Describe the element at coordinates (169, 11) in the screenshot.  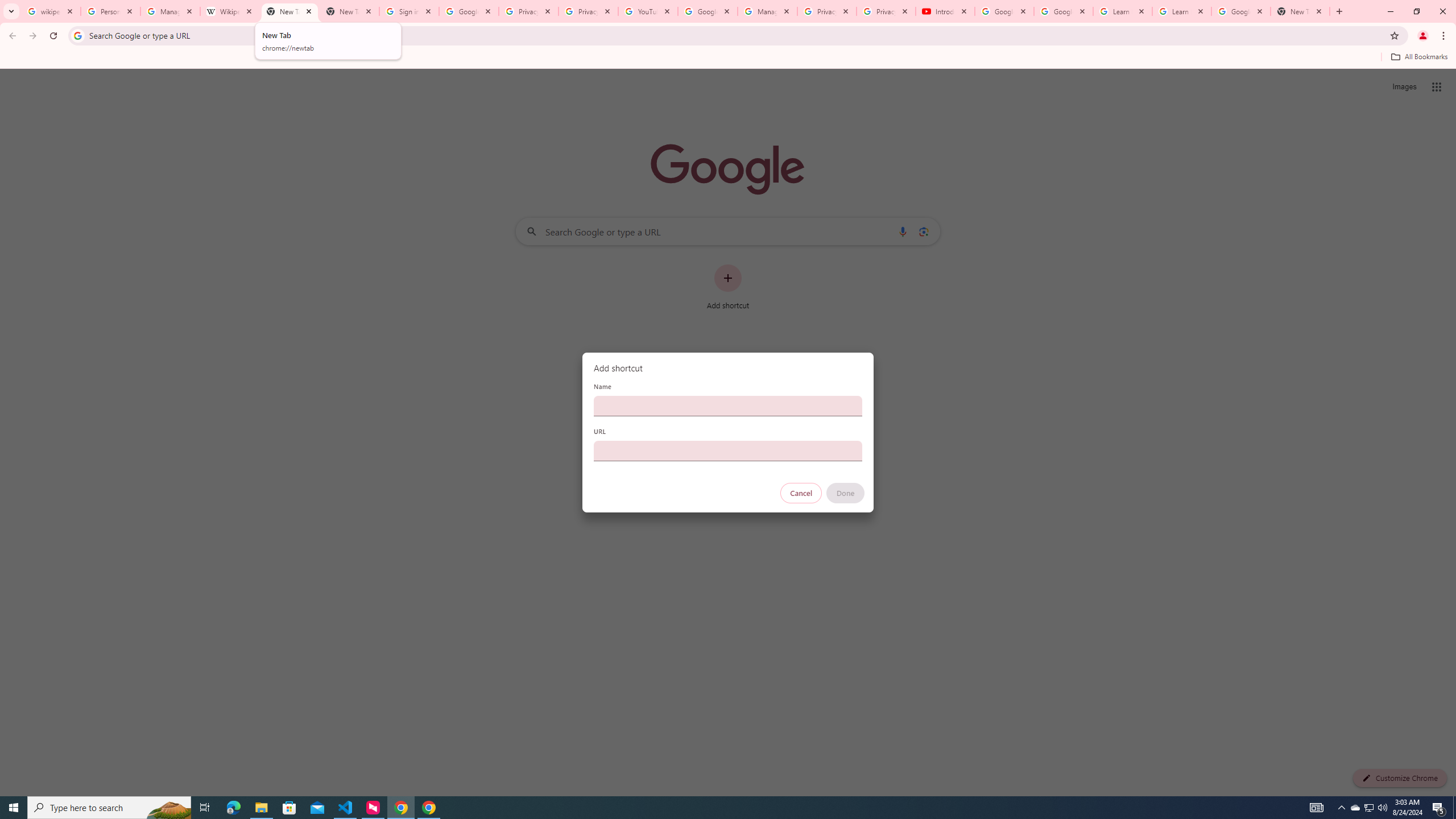
I see `'Manage your Location History - Google Search Help'` at that location.